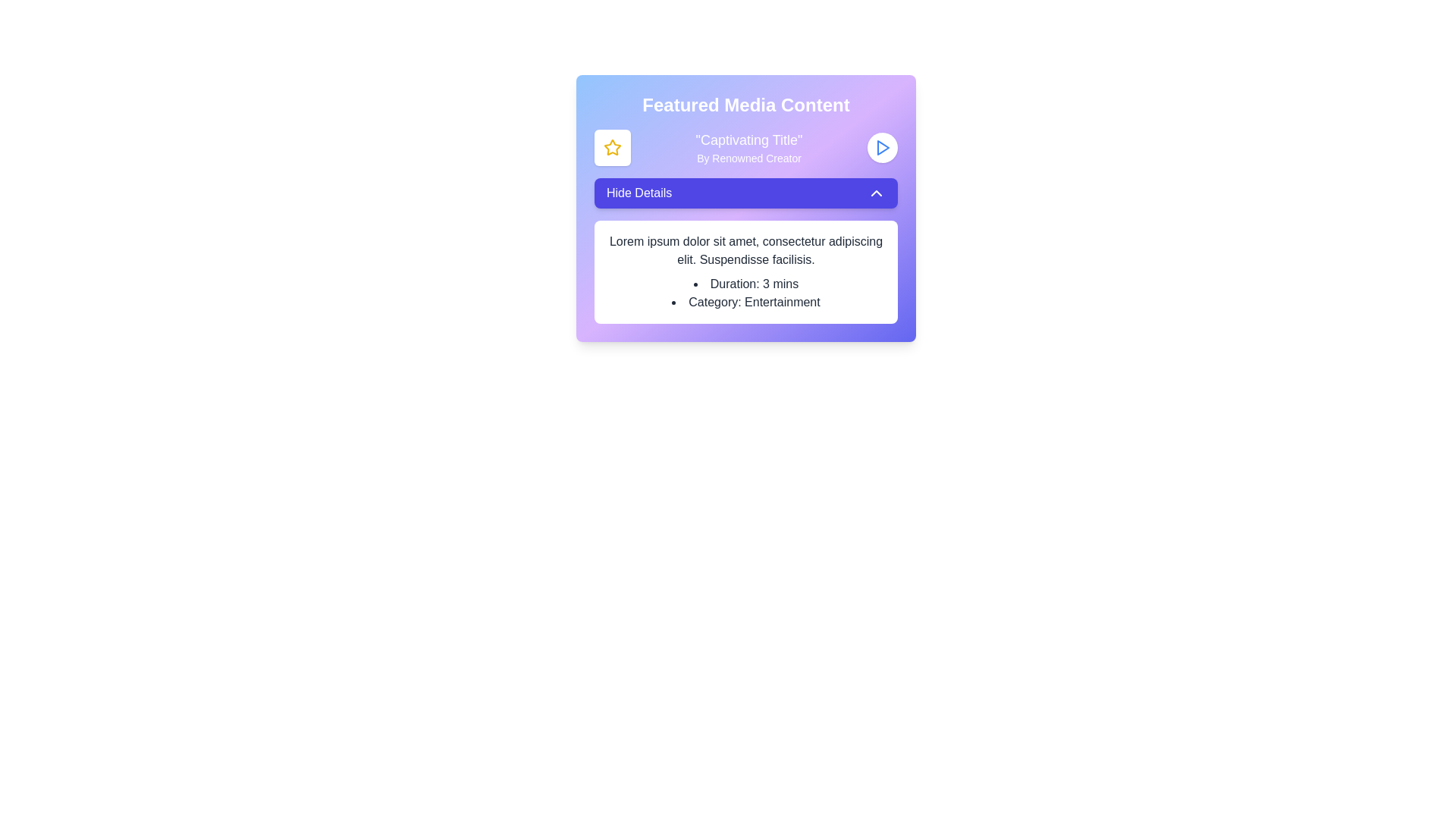  Describe the element at coordinates (882, 148) in the screenshot. I see `the circular button containing the blue outlined play icon` at that location.